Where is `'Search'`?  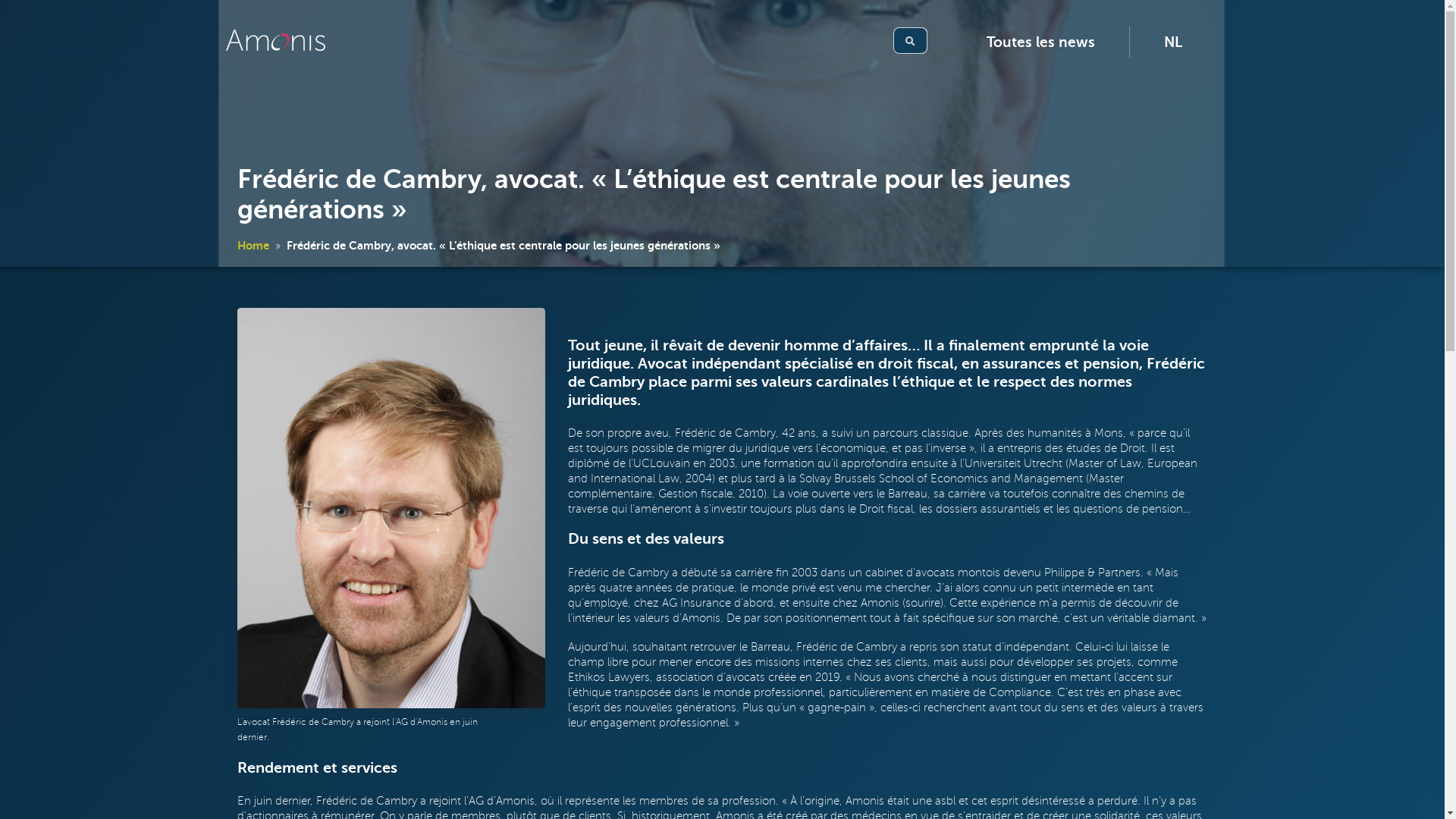 'Search' is located at coordinates (893, 39).